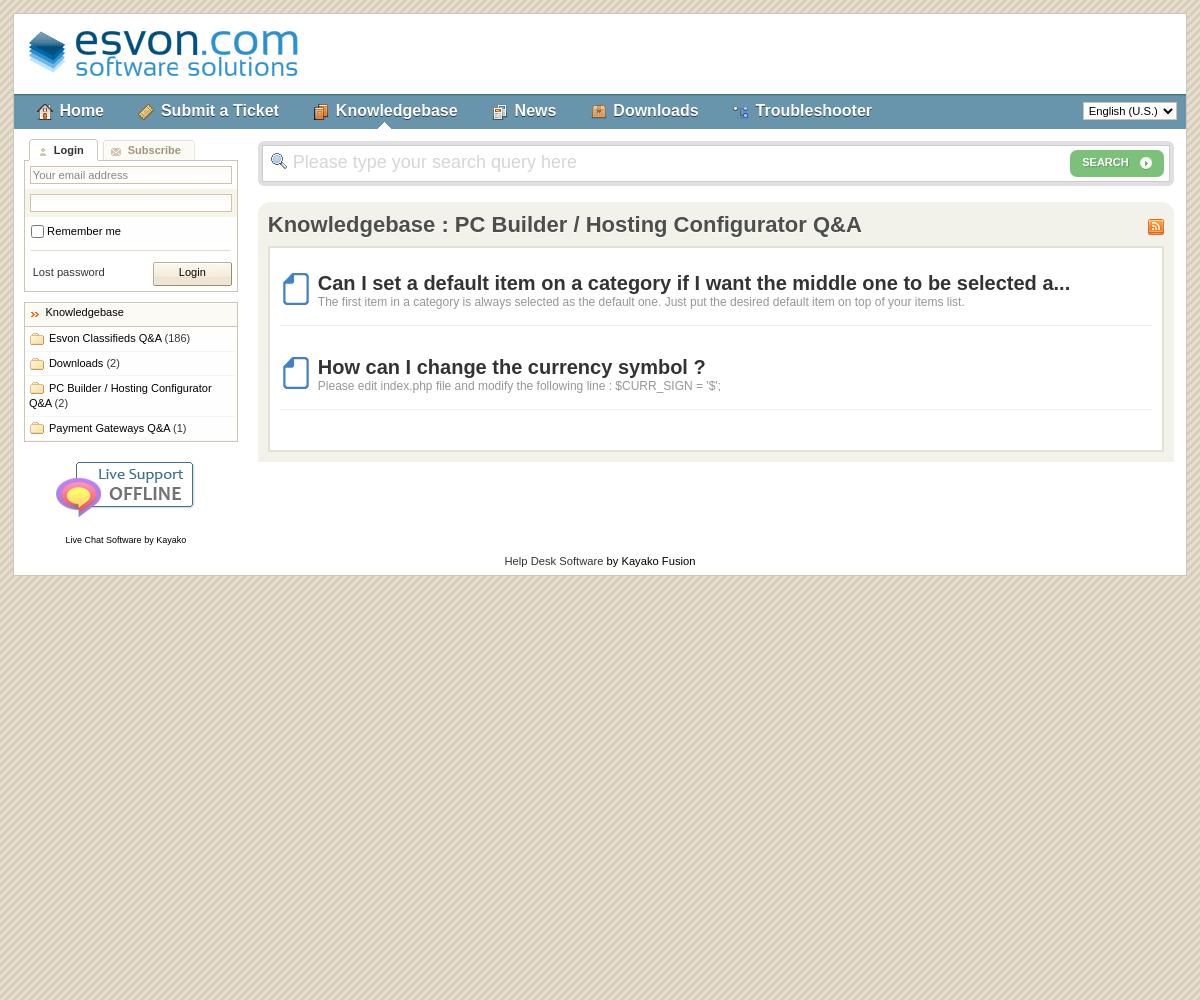 The image size is (1200, 1000). Describe the element at coordinates (68, 150) in the screenshot. I see `'Login'` at that location.